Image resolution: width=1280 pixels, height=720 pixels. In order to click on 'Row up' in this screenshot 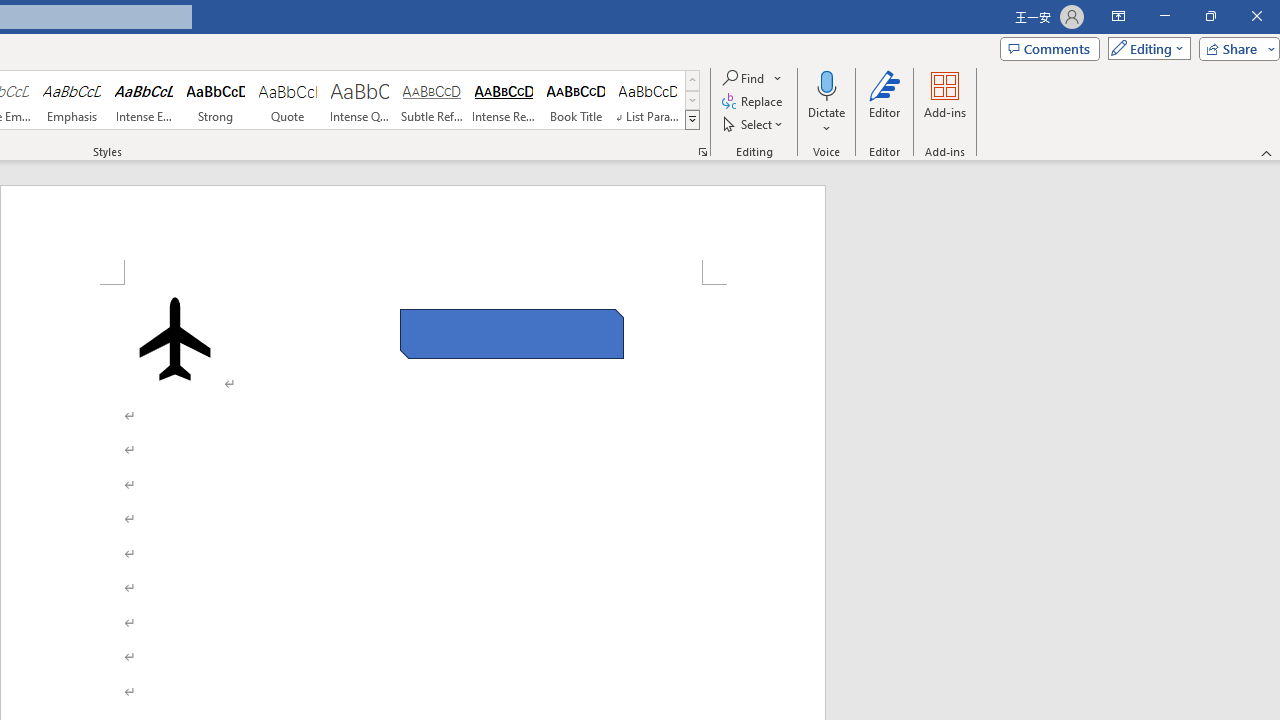, I will do `click(692, 79)`.